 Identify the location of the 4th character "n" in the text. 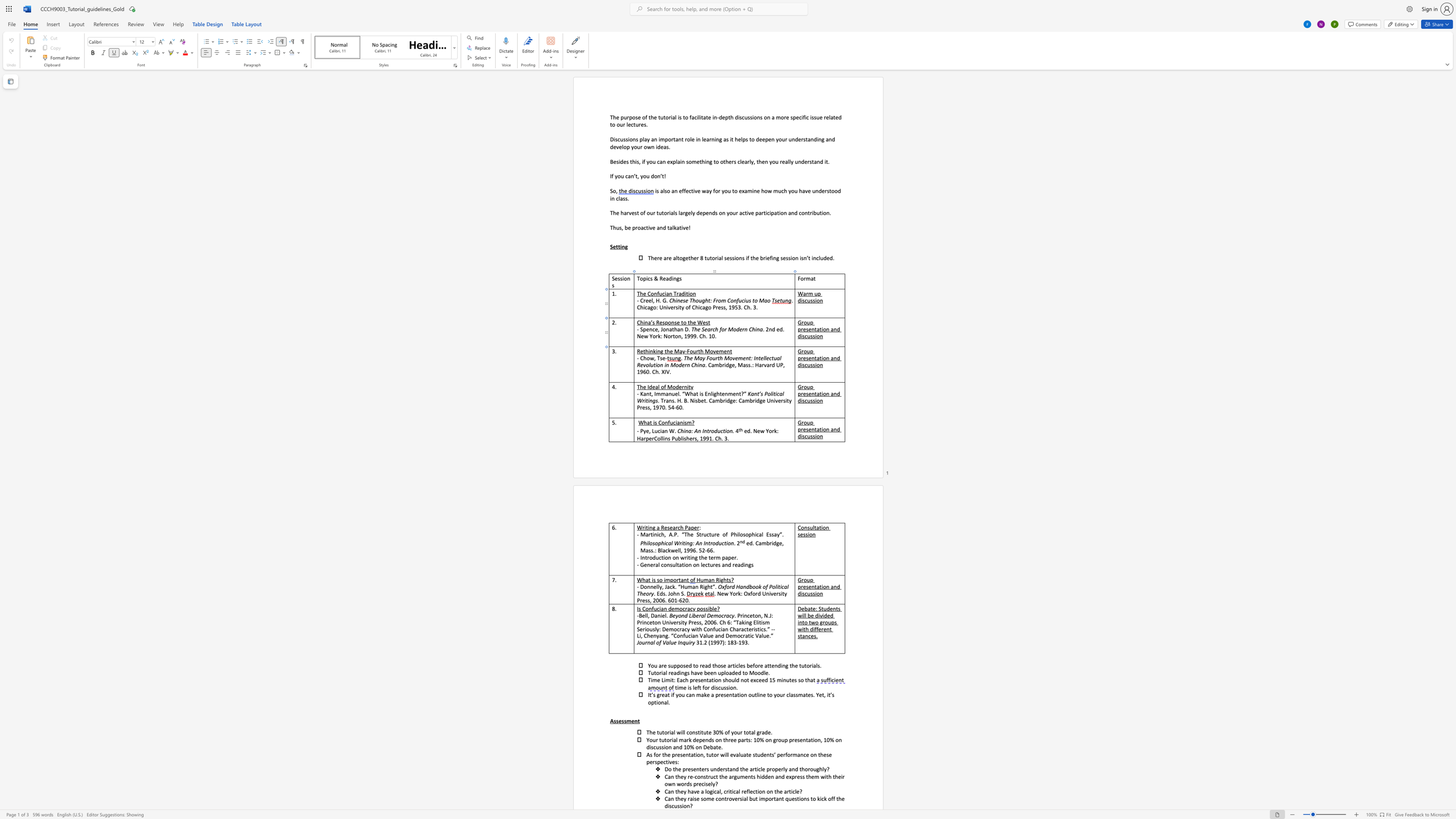
(821, 336).